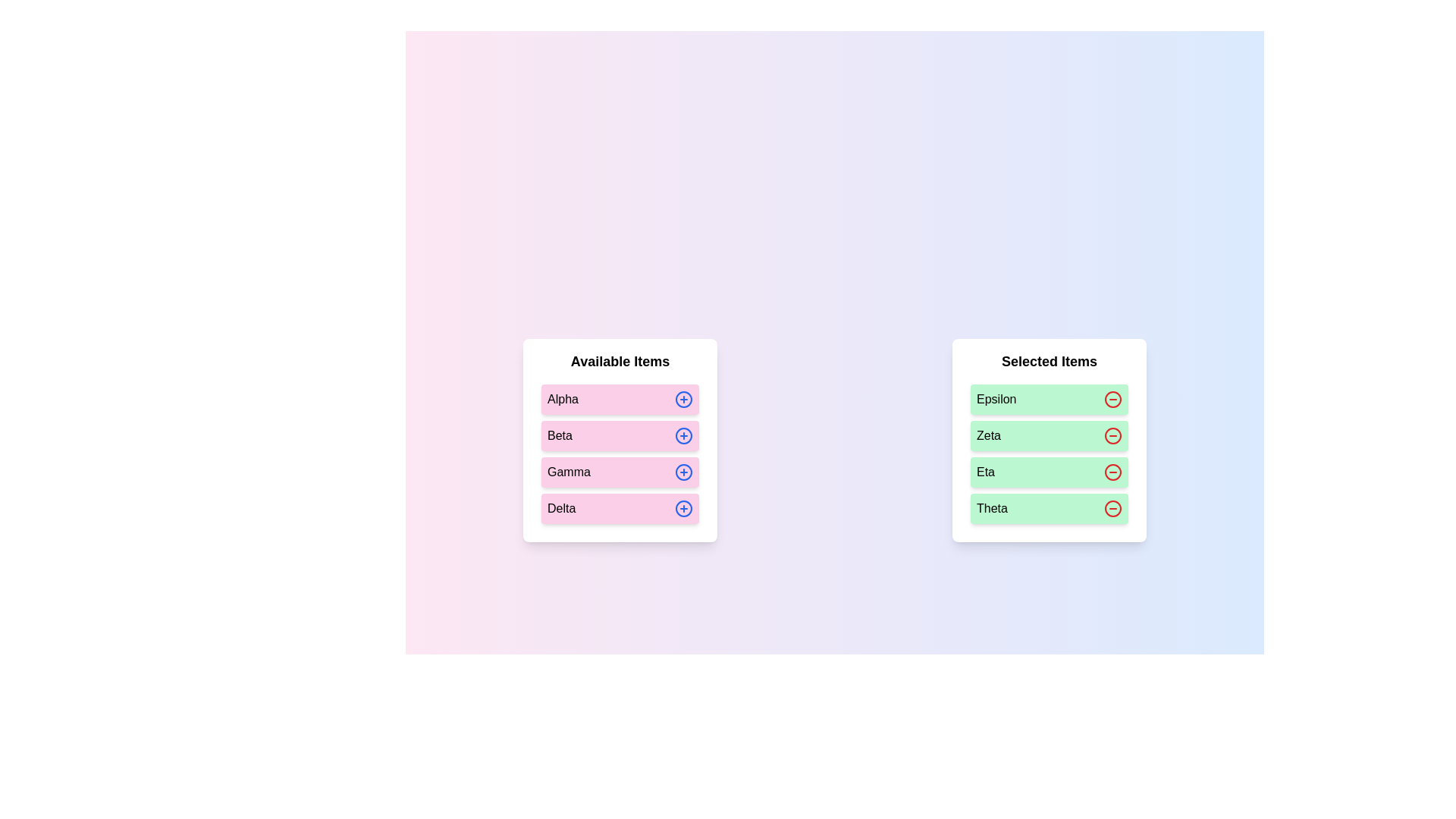 This screenshot has height=819, width=1456. What do you see at coordinates (1113, 399) in the screenshot?
I see `the minus icon next to the item labeled Epsilon in the 'Selected Items' list to move it back to the 'Available Items' list` at bounding box center [1113, 399].